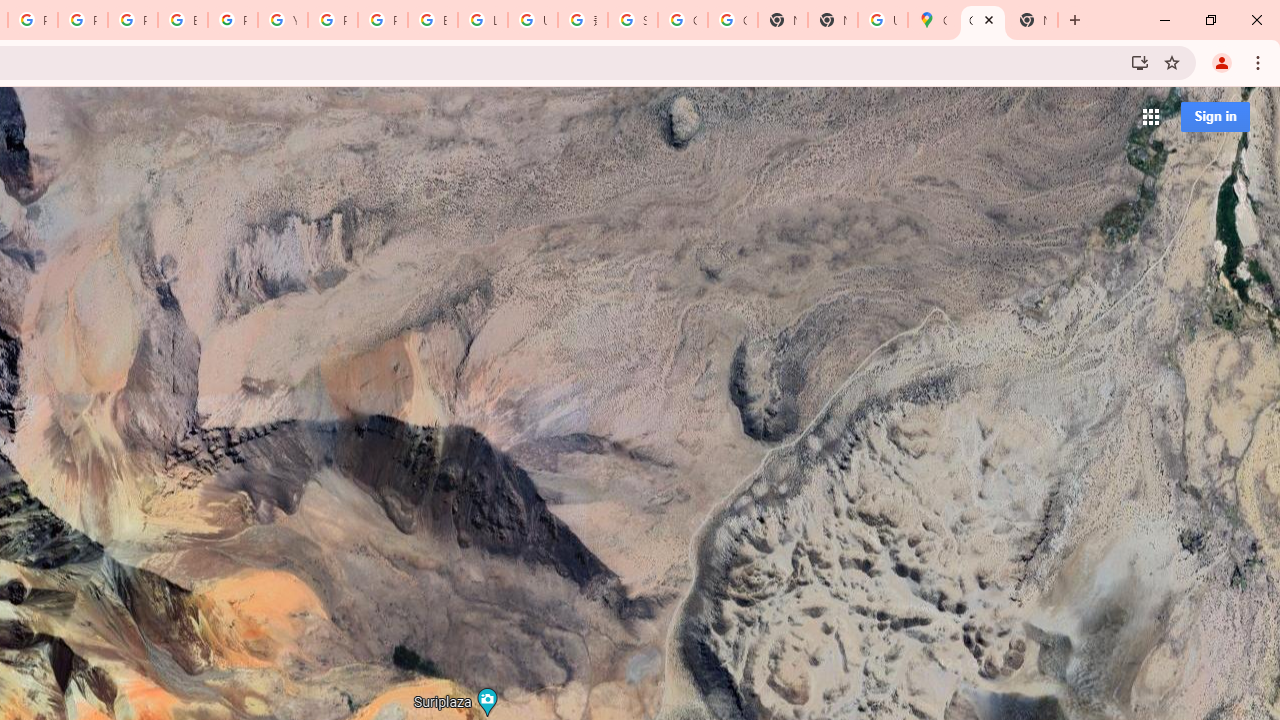  I want to click on 'New Tab', so click(1032, 20).